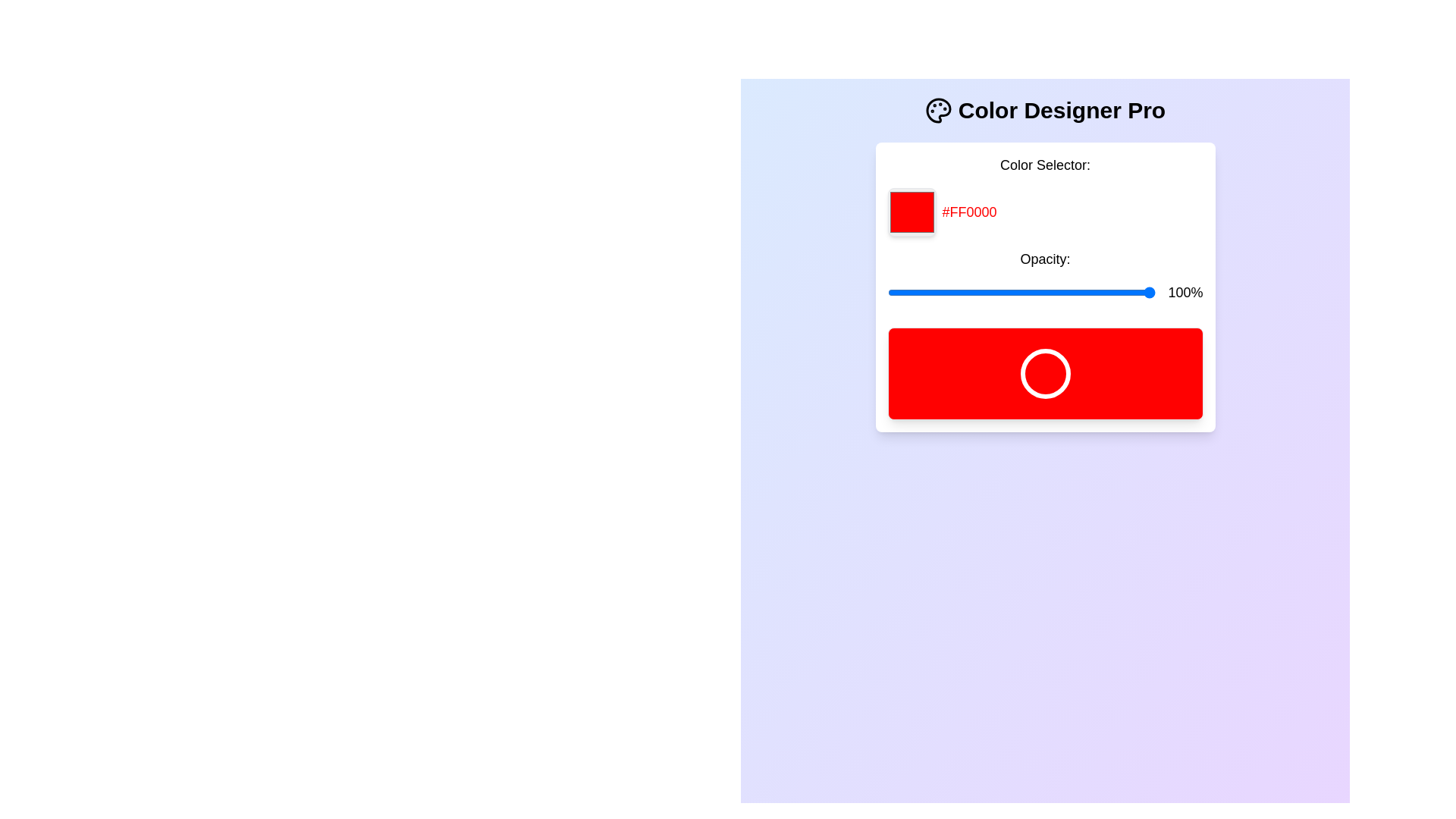 The width and height of the screenshot is (1456, 819). I want to click on the opacity slider, so click(1077, 292).